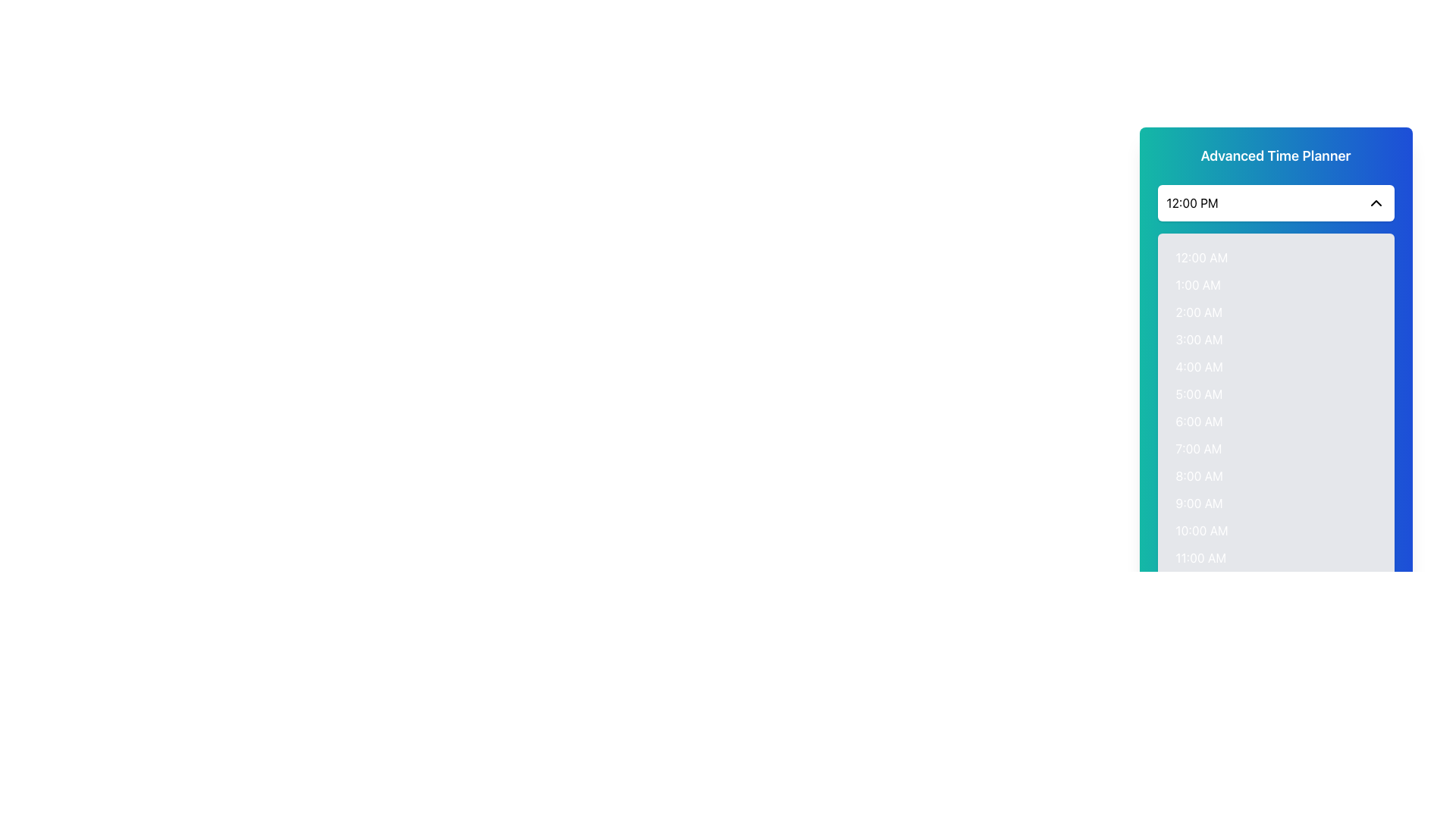  Describe the element at coordinates (1275, 338) in the screenshot. I see `the selectable time slot button located in the dropdown list under 'Advanced Time Planner', which is the fourth item` at that location.